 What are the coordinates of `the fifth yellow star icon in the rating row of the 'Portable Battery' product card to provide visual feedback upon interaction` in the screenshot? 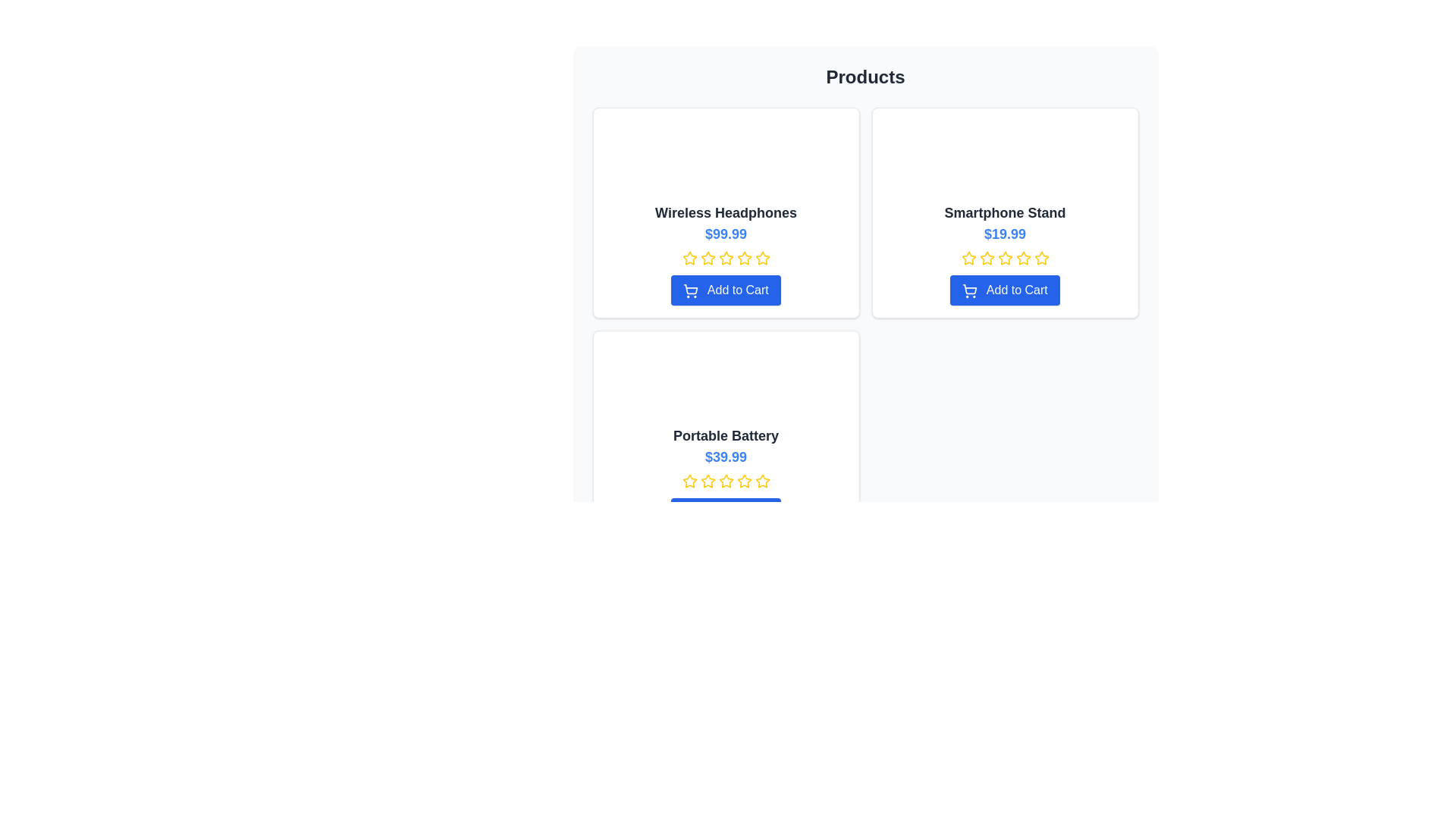 It's located at (762, 482).